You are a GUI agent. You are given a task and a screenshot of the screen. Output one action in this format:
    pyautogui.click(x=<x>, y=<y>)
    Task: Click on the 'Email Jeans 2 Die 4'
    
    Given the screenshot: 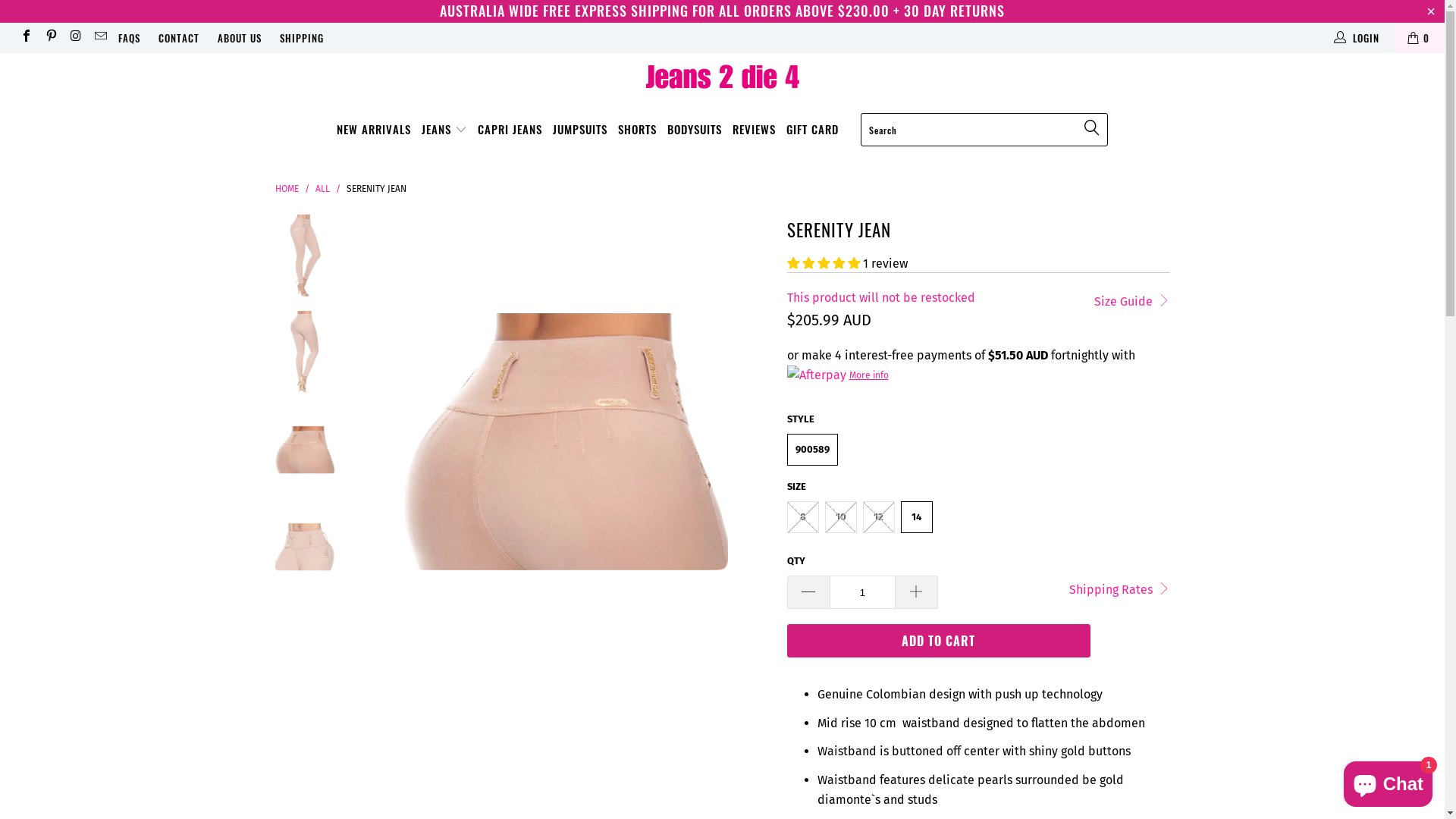 What is the action you would take?
    pyautogui.click(x=98, y=36)
    